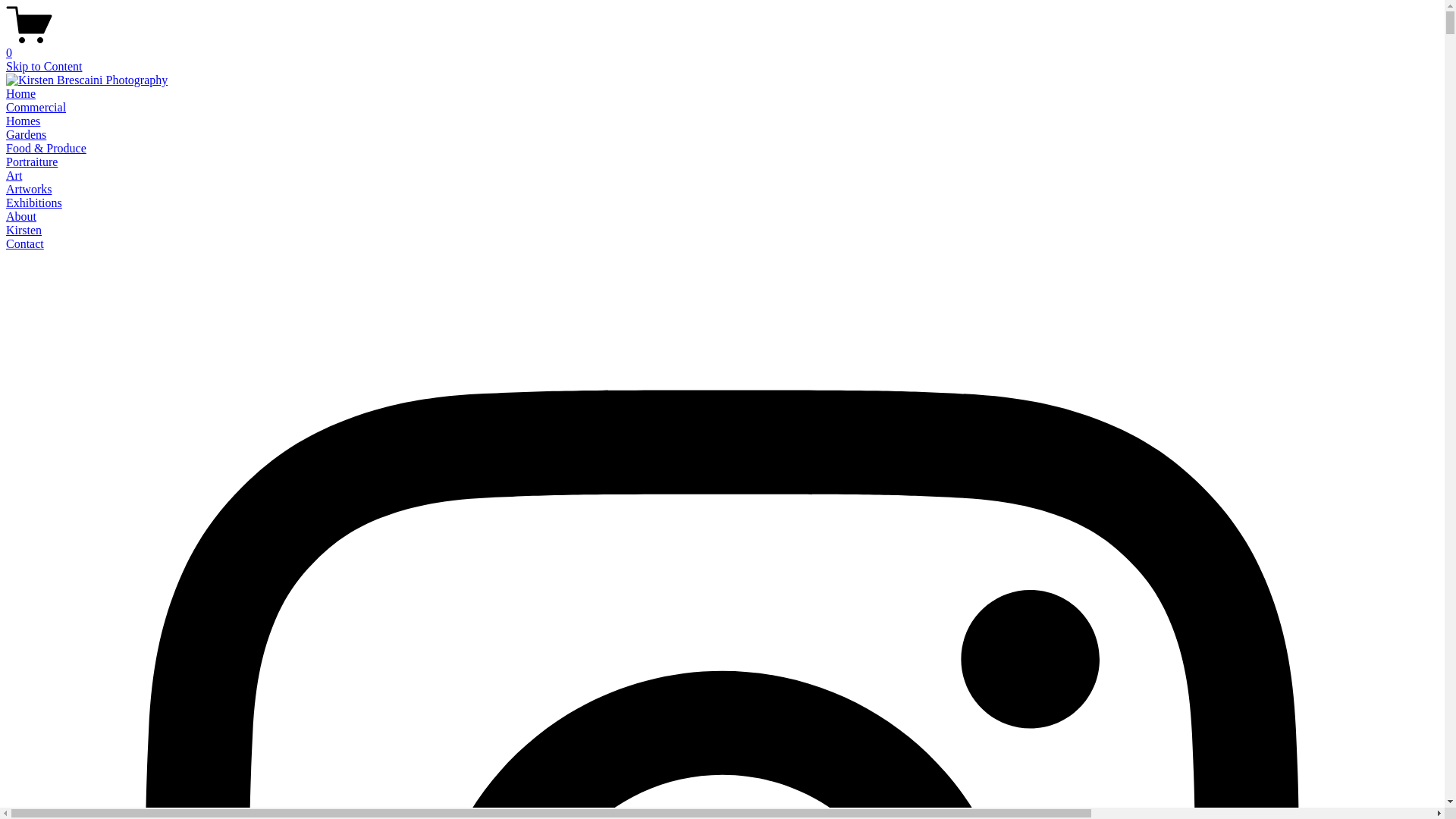 This screenshot has height=819, width=1456. I want to click on 'Artworks', so click(29, 188).